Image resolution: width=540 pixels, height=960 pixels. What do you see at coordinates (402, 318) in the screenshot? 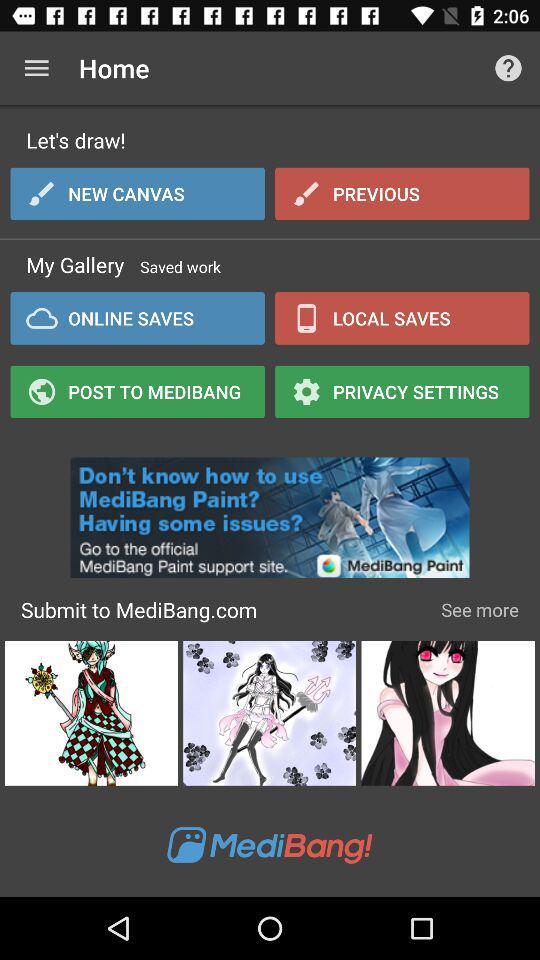
I see `local saves icon` at bounding box center [402, 318].